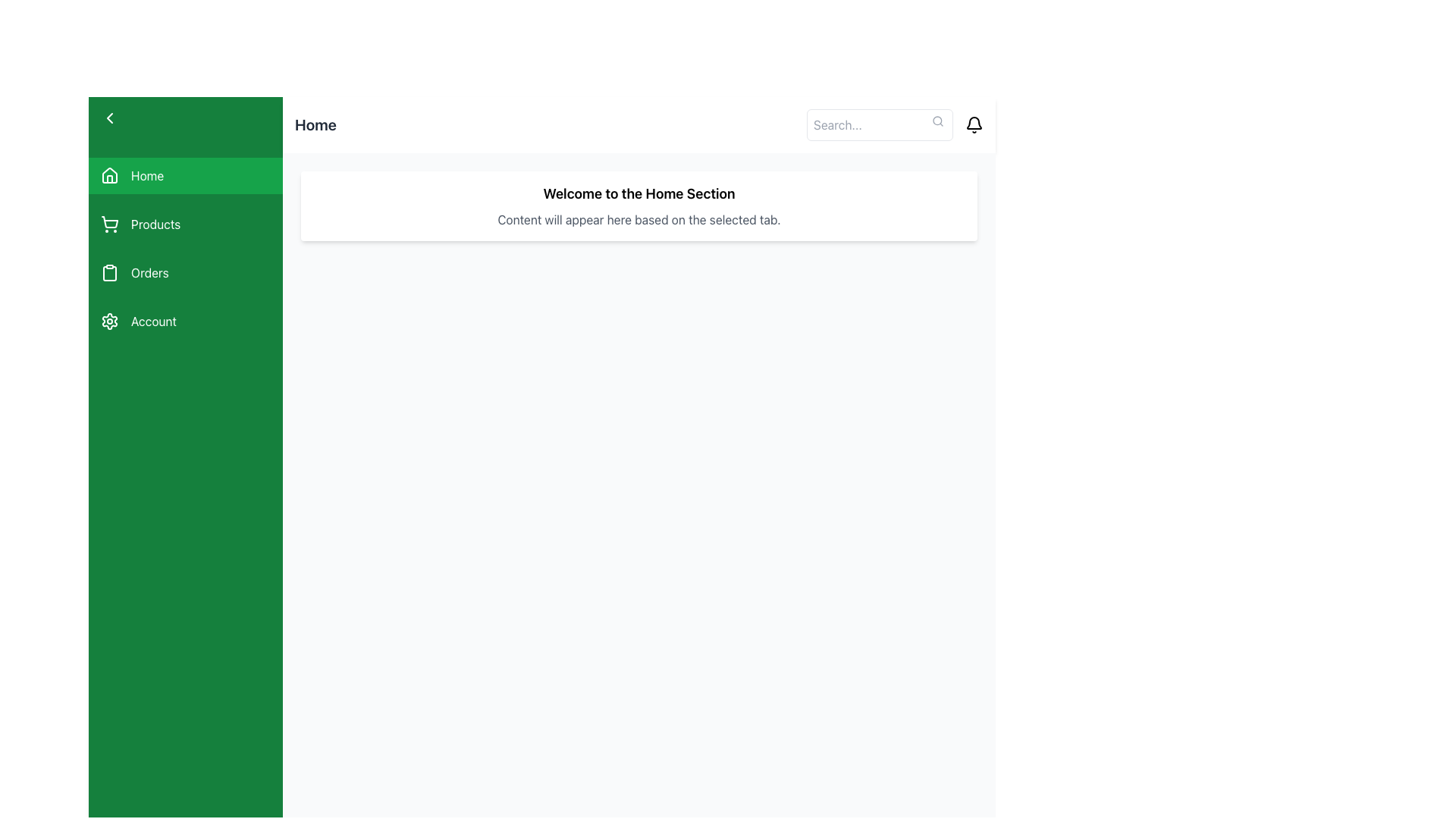  What do you see at coordinates (108, 274) in the screenshot?
I see `the clipboard icon in the 'Orders' menu item, which is the third option in the sidebar list` at bounding box center [108, 274].